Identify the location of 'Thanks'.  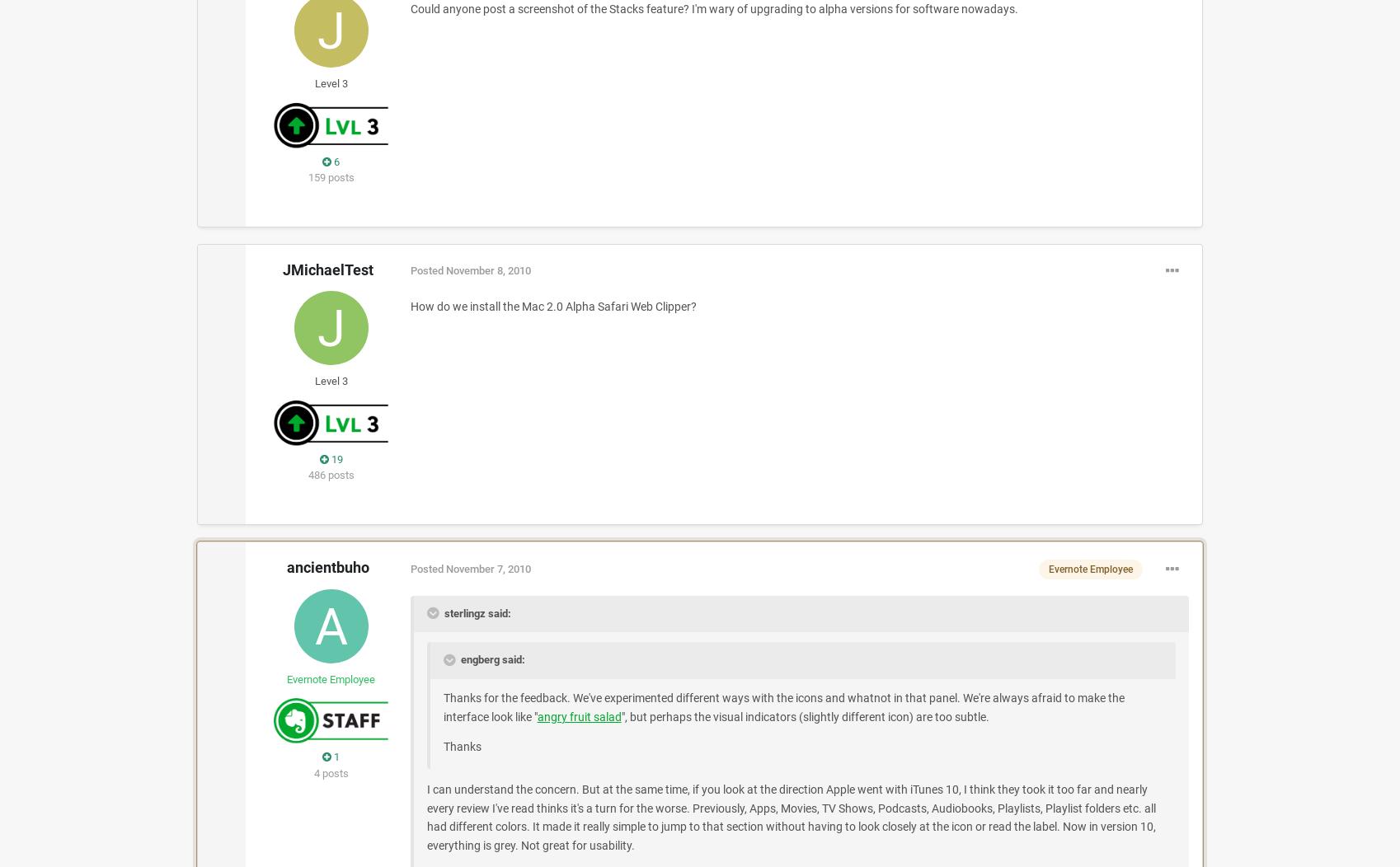
(462, 746).